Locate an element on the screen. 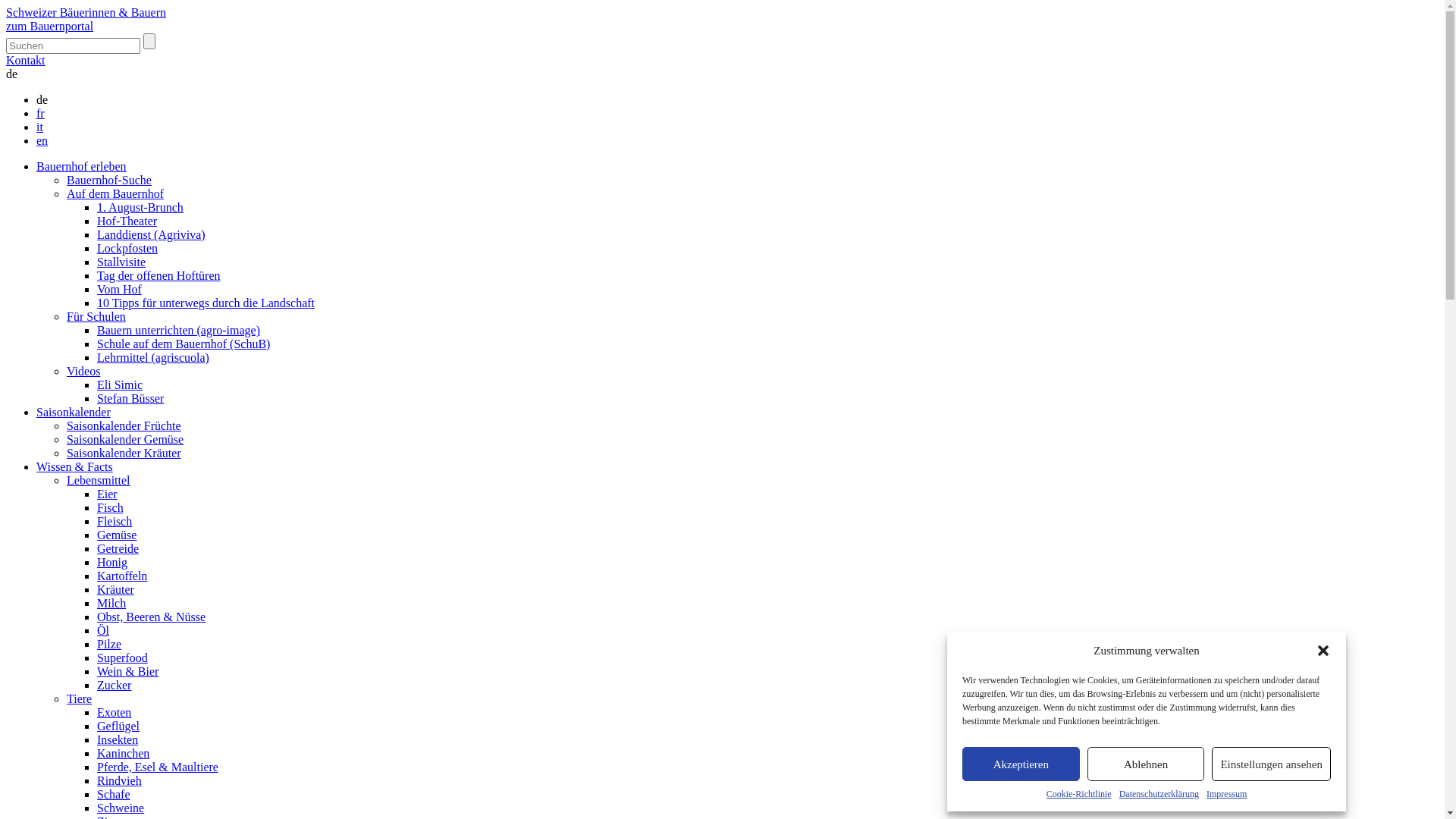  'Auf dem Bauernhof' is located at coordinates (115, 193).